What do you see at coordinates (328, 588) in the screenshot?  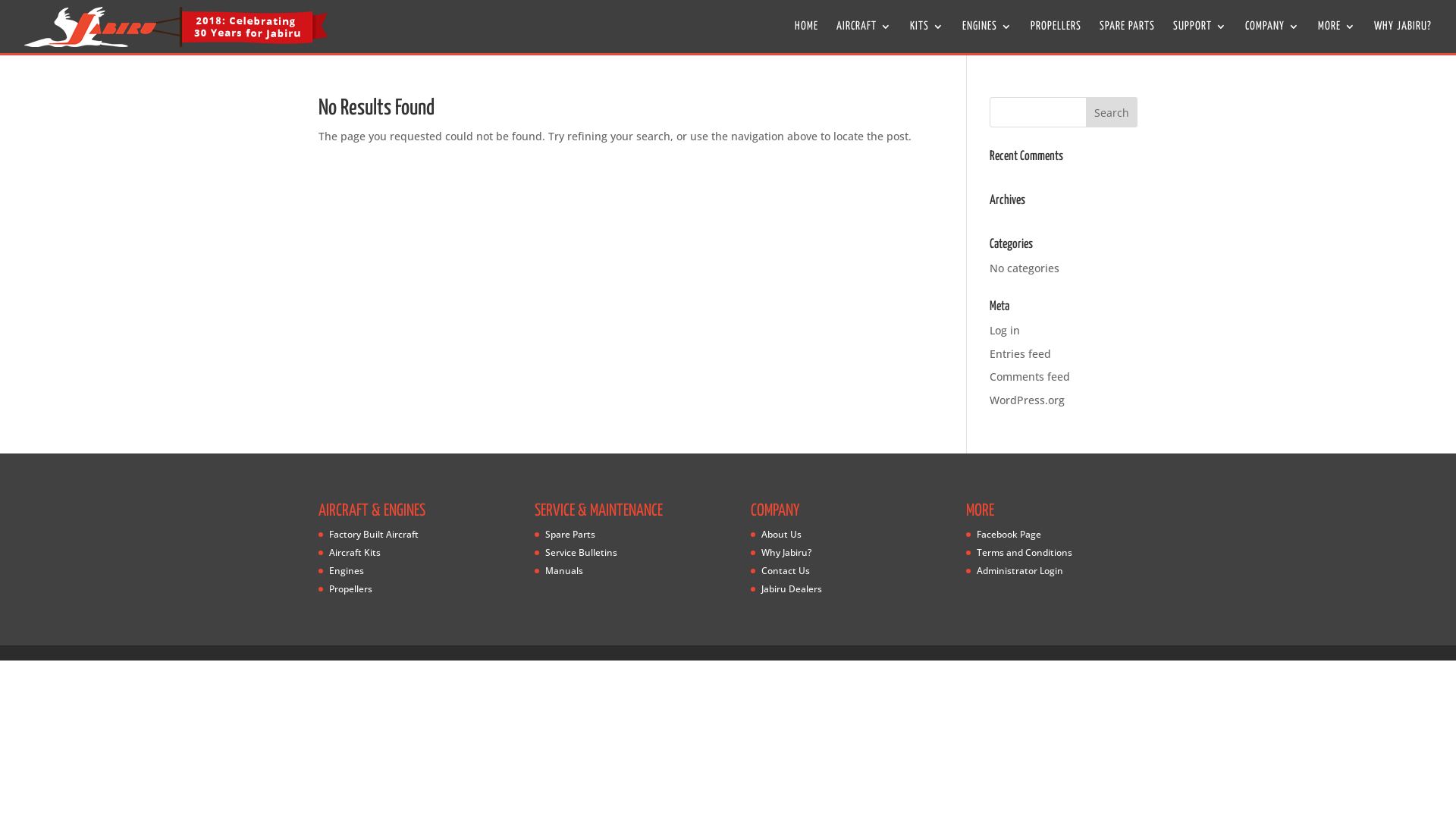 I see `'Propellers'` at bounding box center [328, 588].